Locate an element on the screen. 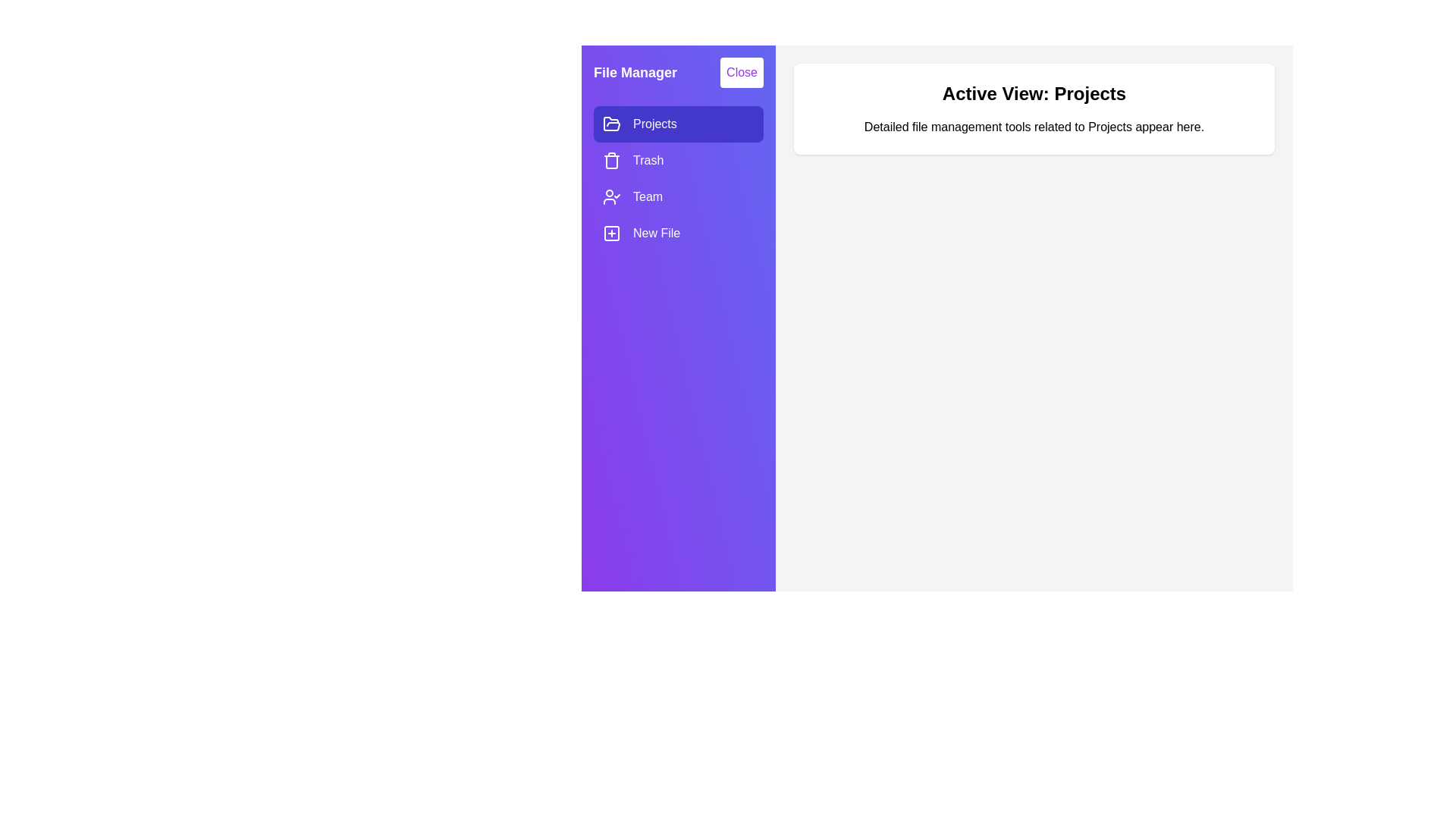 This screenshot has height=819, width=1456. the item Projects in the drawer is located at coordinates (677, 124).